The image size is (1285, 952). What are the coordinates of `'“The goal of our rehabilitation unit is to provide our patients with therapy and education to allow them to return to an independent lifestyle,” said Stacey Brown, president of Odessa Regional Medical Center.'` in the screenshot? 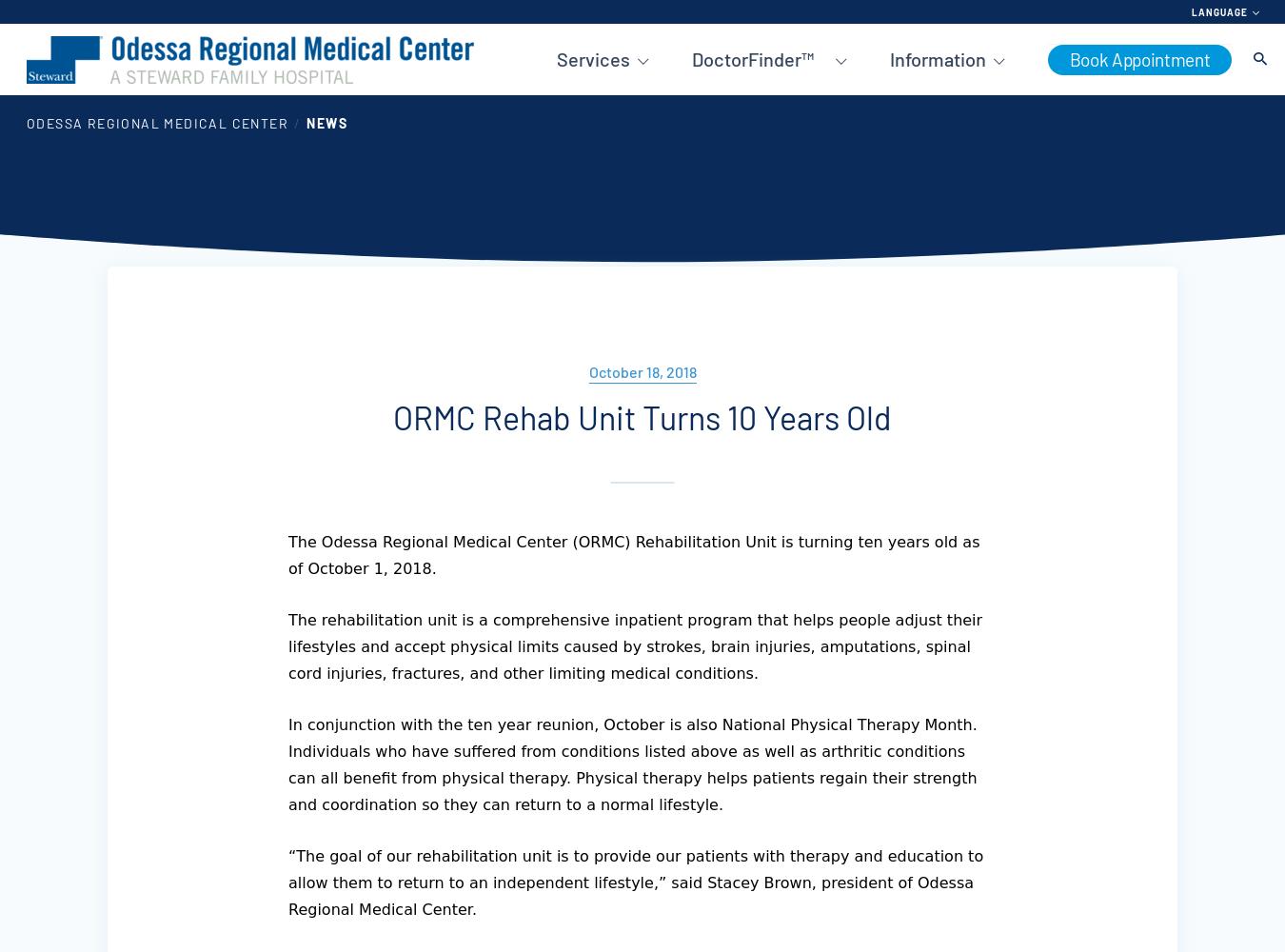 It's located at (287, 883).